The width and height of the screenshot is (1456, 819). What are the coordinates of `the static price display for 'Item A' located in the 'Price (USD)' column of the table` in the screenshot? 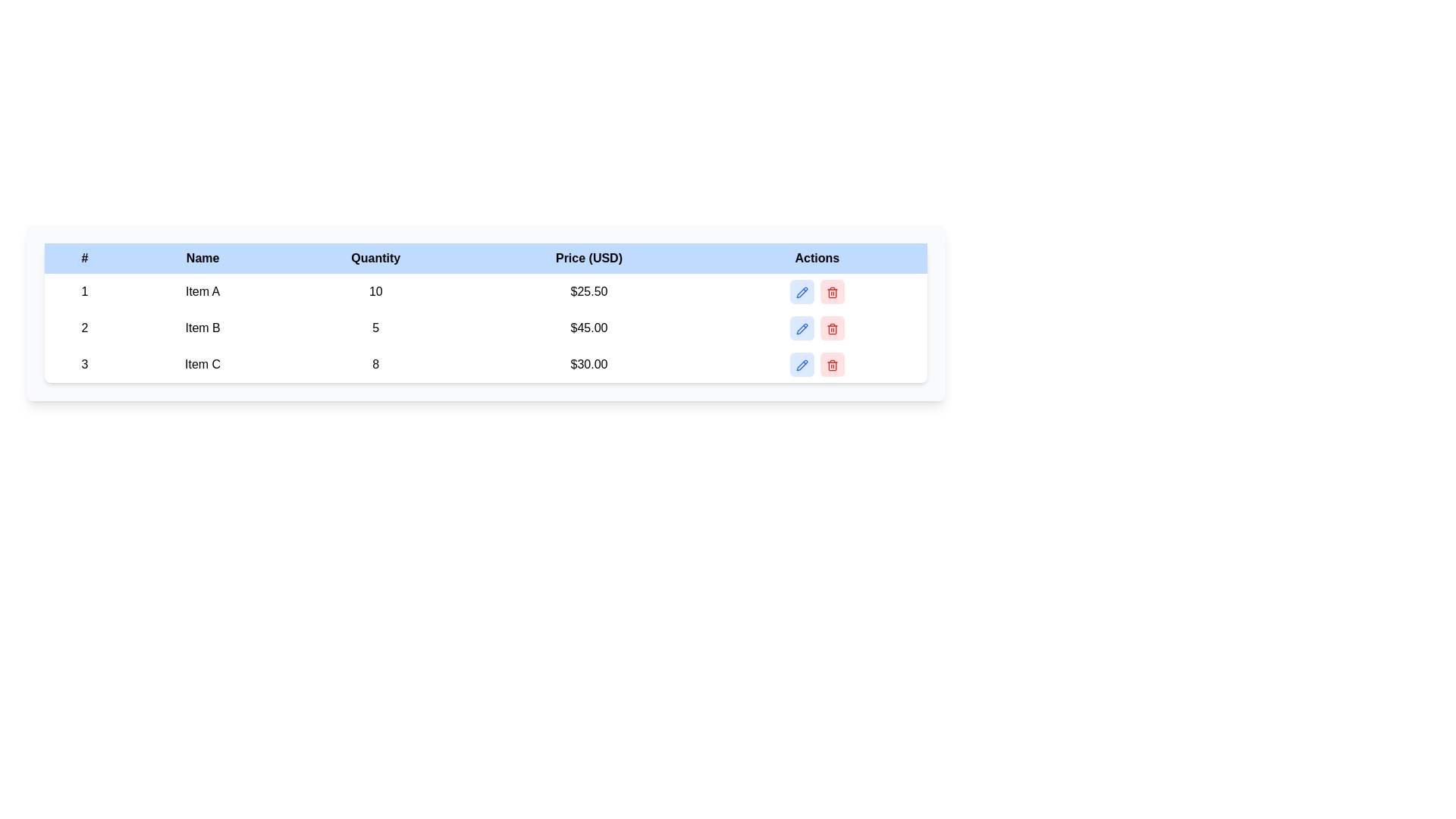 It's located at (588, 292).